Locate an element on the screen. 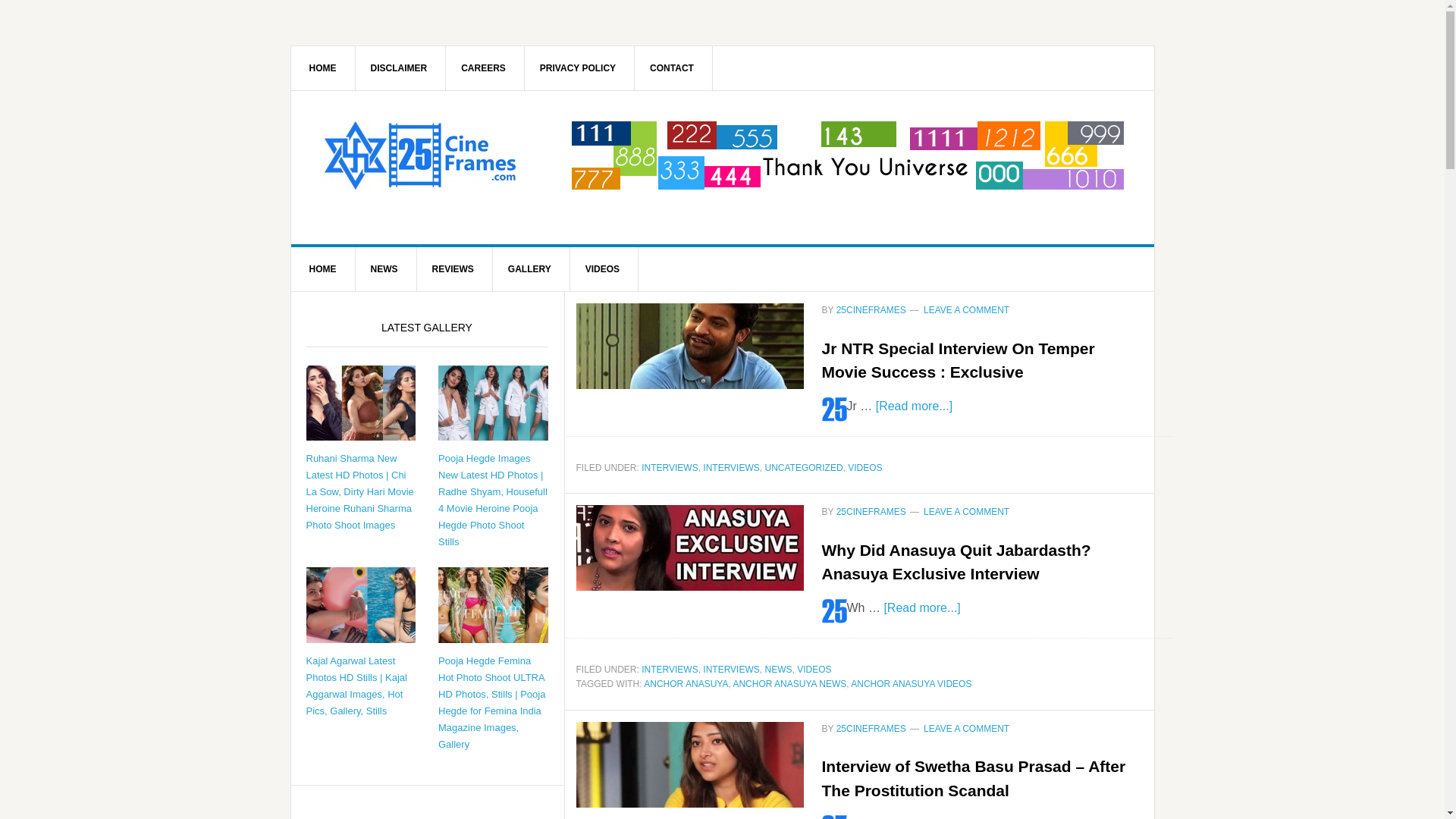 Image resolution: width=1456 pixels, height=819 pixels. 'INTERVIEWS' is located at coordinates (669, 467).